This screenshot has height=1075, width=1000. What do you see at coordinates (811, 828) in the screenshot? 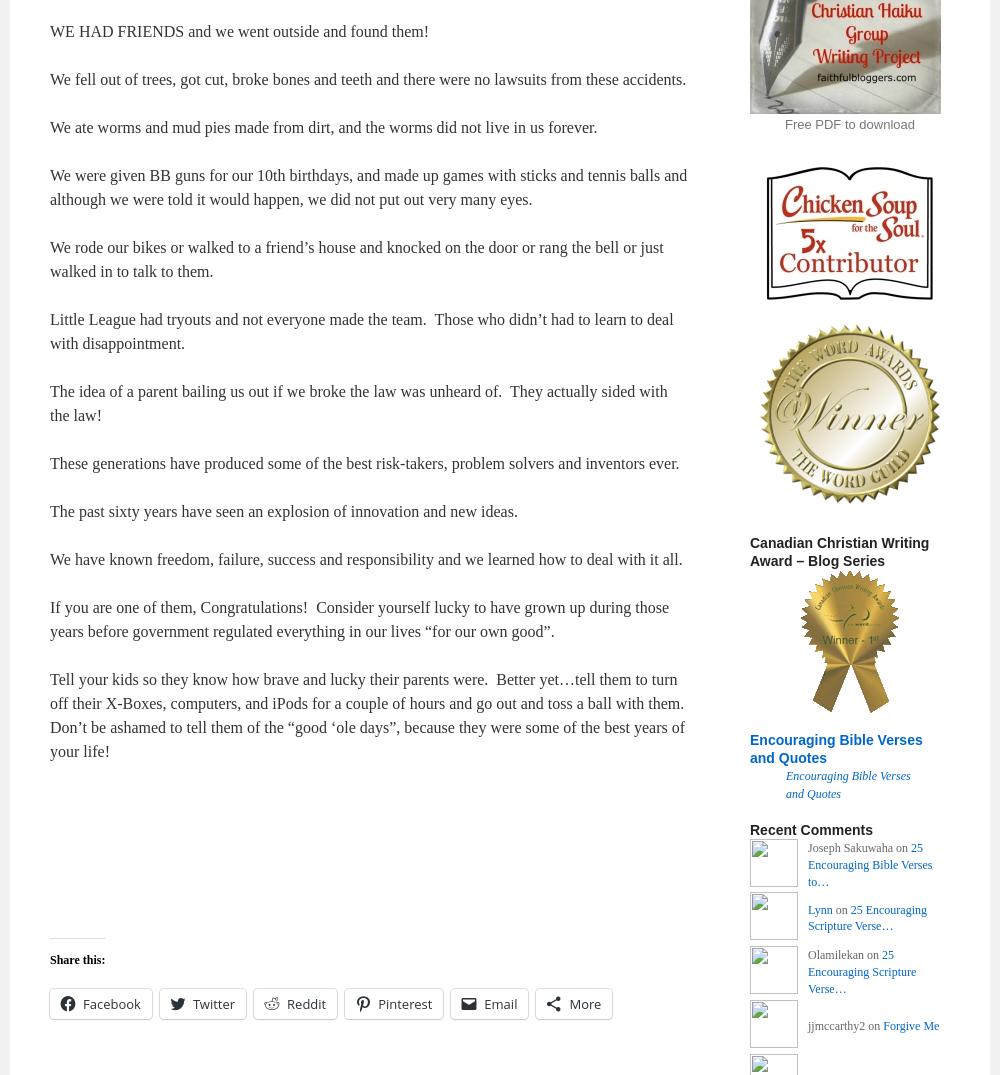
I see `'Recent Comments'` at bounding box center [811, 828].